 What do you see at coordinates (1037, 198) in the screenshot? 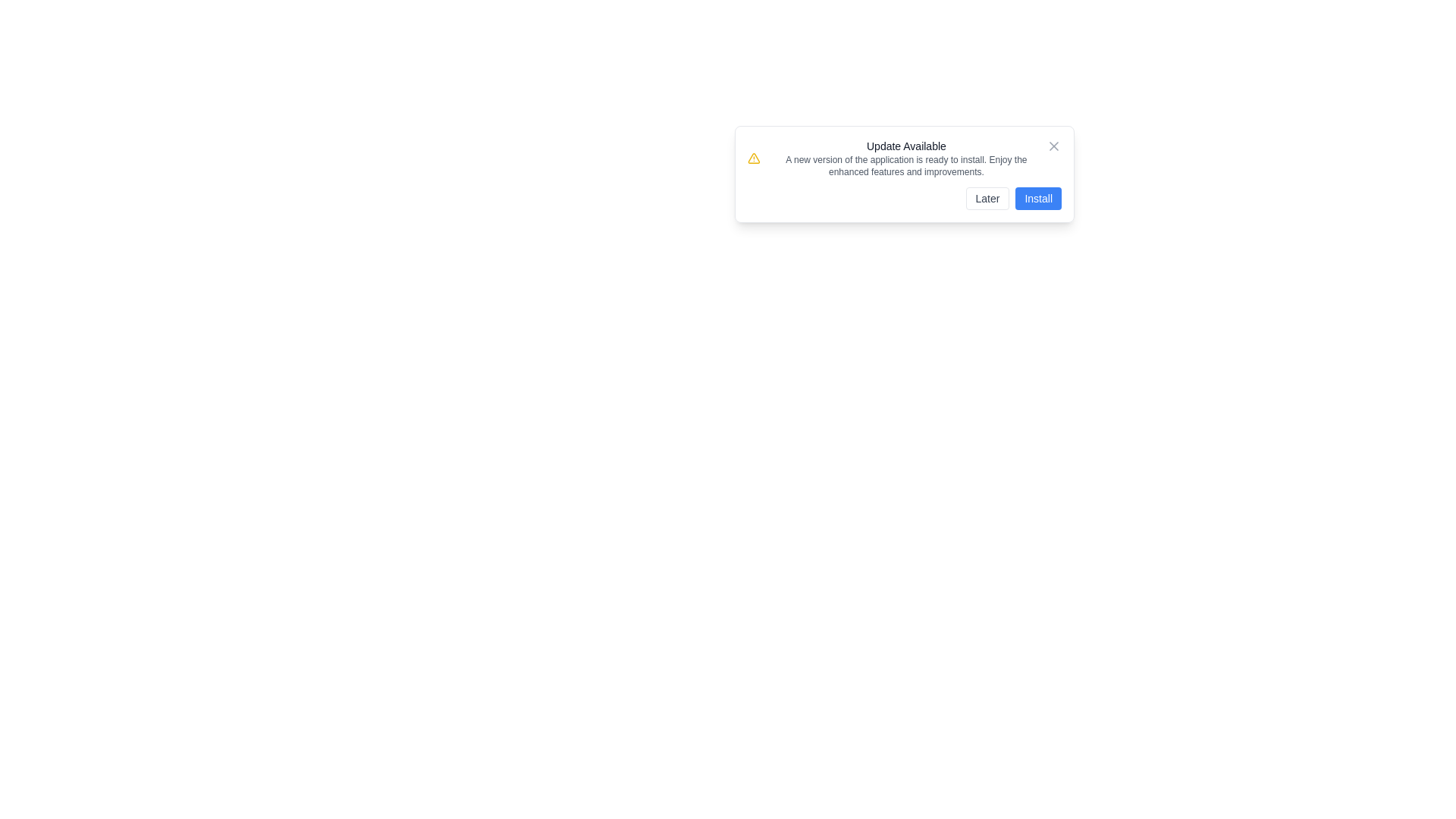
I see `the installation button located in the bottom-right corner of the dialog box, to the right of the 'Later' button` at bounding box center [1037, 198].